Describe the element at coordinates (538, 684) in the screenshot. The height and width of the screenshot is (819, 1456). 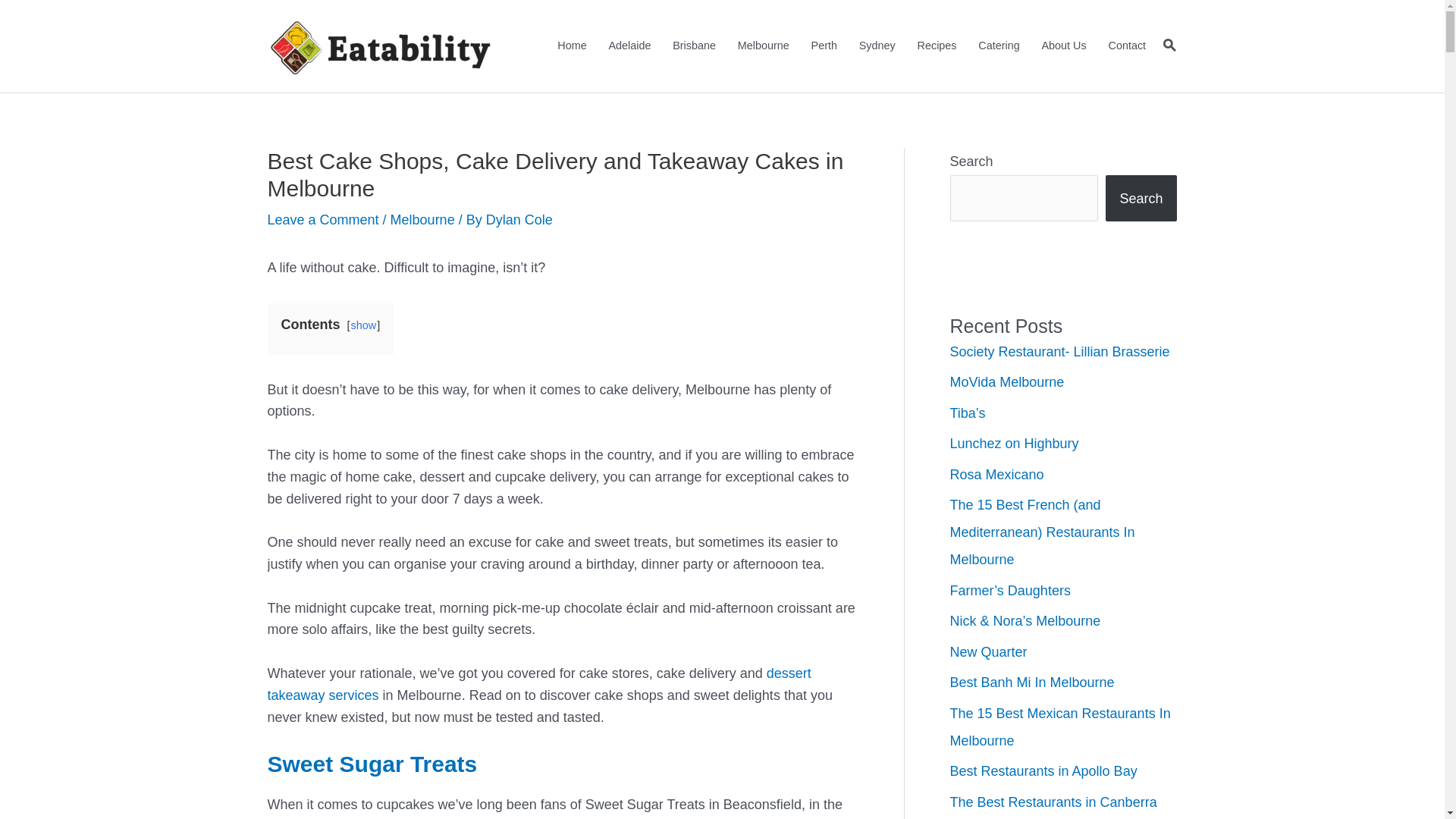
I see `'dessert takeaway services'` at that location.